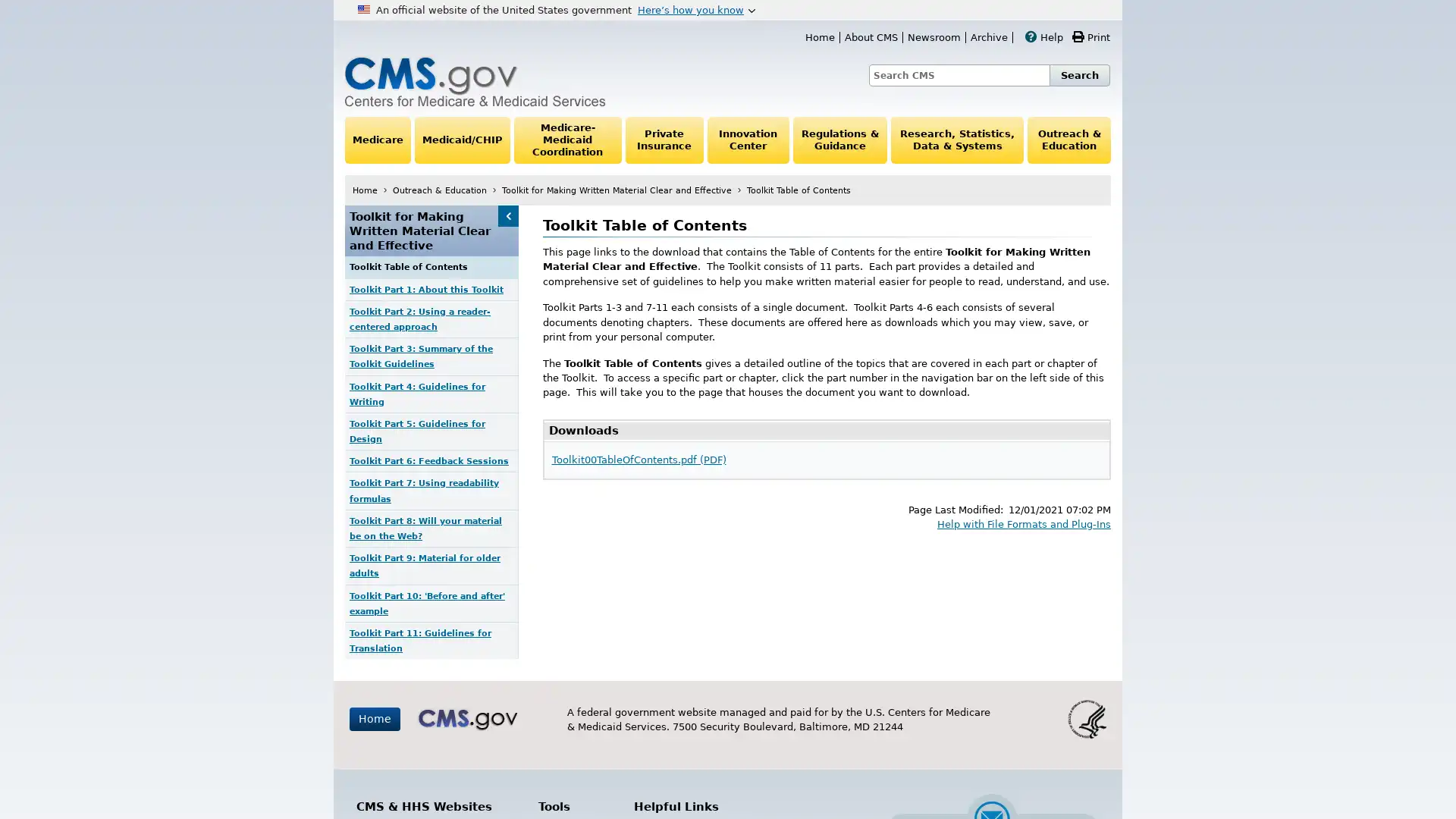 The width and height of the screenshot is (1456, 819). Describe the element at coordinates (375, 717) in the screenshot. I see `Home` at that location.